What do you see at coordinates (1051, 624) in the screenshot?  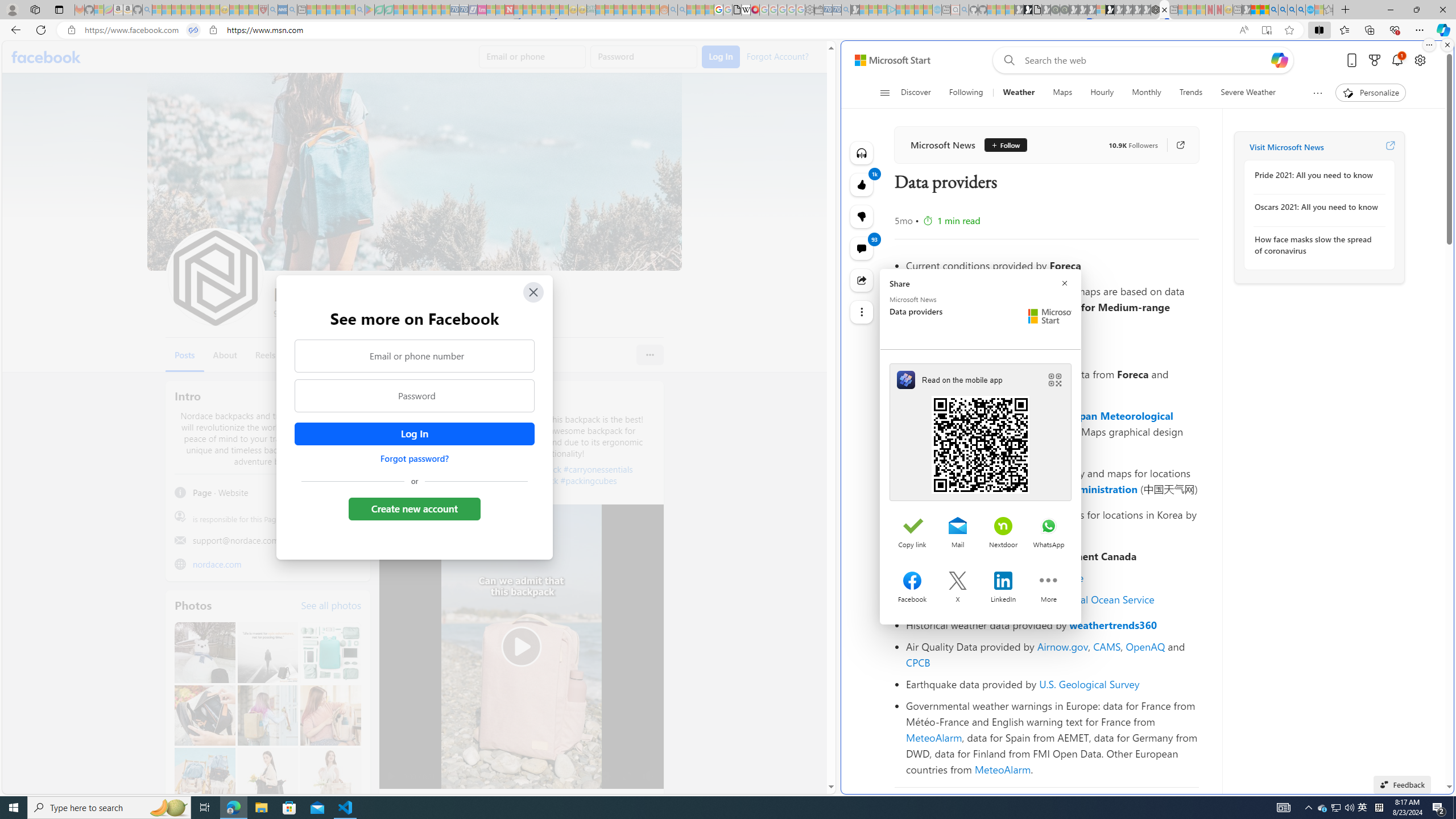 I see `'Historical weather data provided by weathertrends360'` at bounding box center [1051, 624].